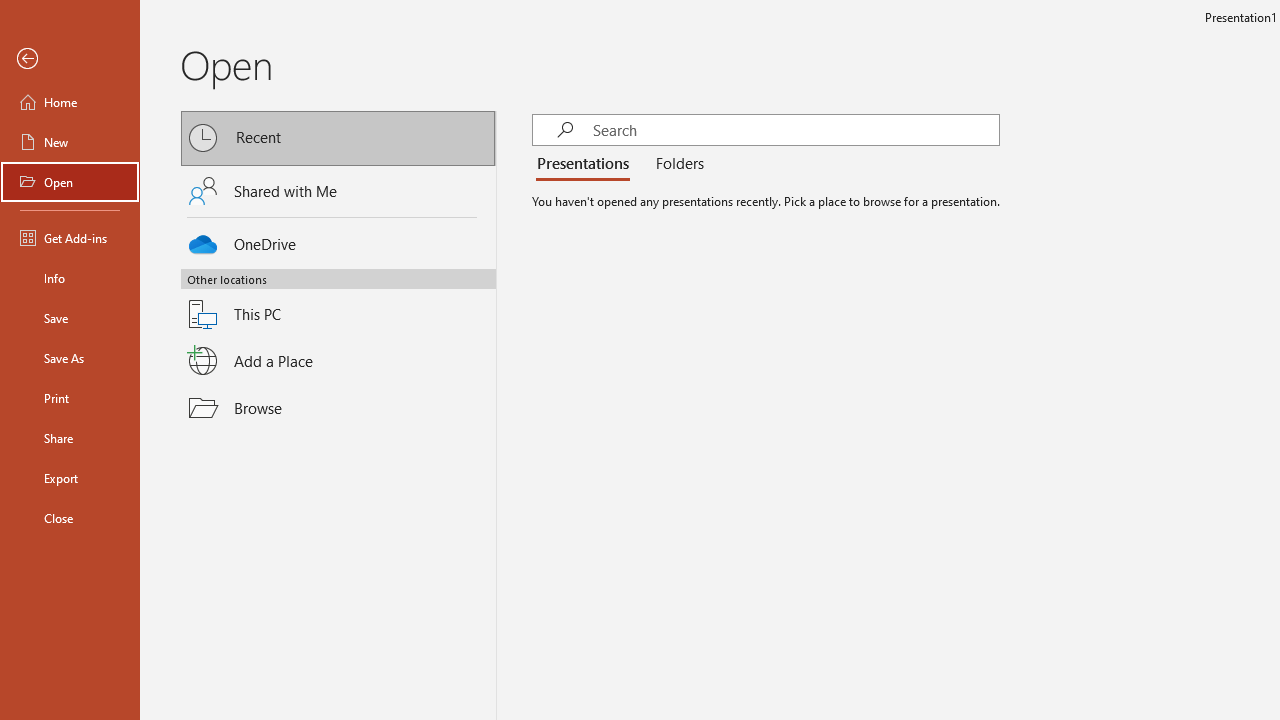 Image resolution: width=1280 pixels, height=720 pixels. What do you see at coordinates (338, 361) in the screenshot?
I see `'Add a Place'` at bounding box center [338, 361].